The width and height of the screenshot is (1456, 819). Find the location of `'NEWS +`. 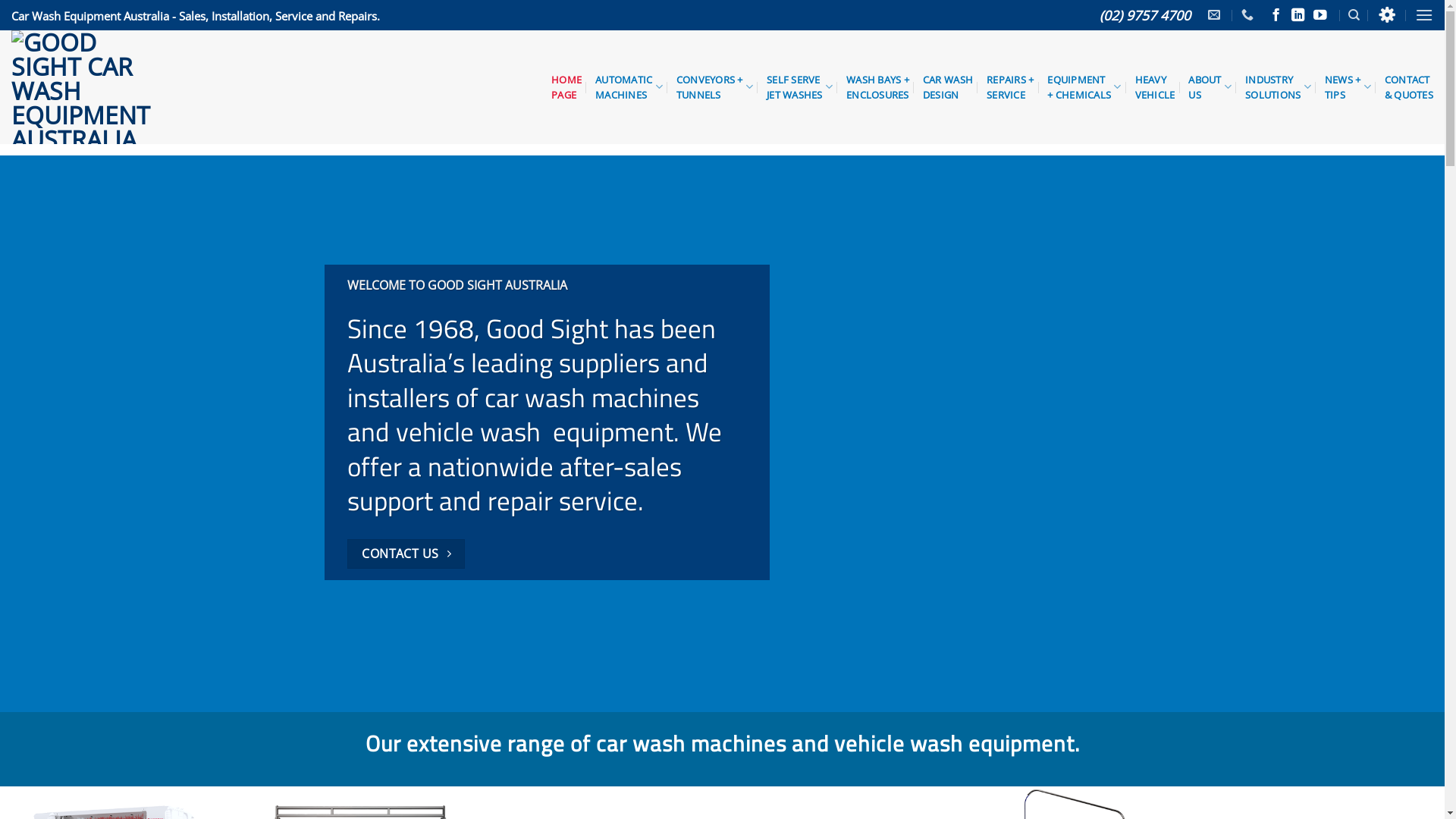

'NEWS + is located at coordinates (1348, 87).